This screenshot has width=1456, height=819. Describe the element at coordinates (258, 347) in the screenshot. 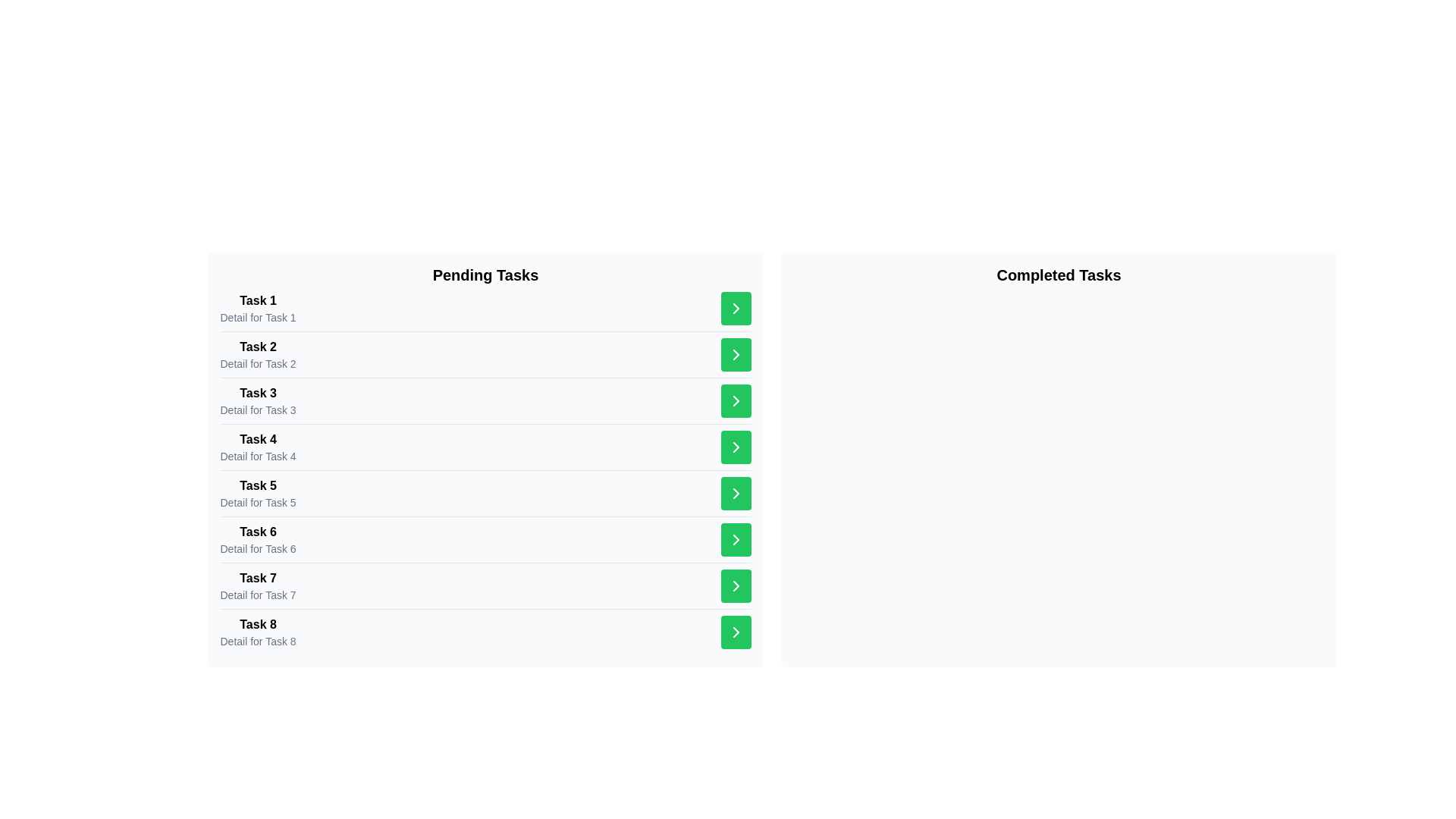

I see `the label displaying 'Task 2', which is the second item under the heading 'Pending Tasks' in the left-side section of the interface` at that location.